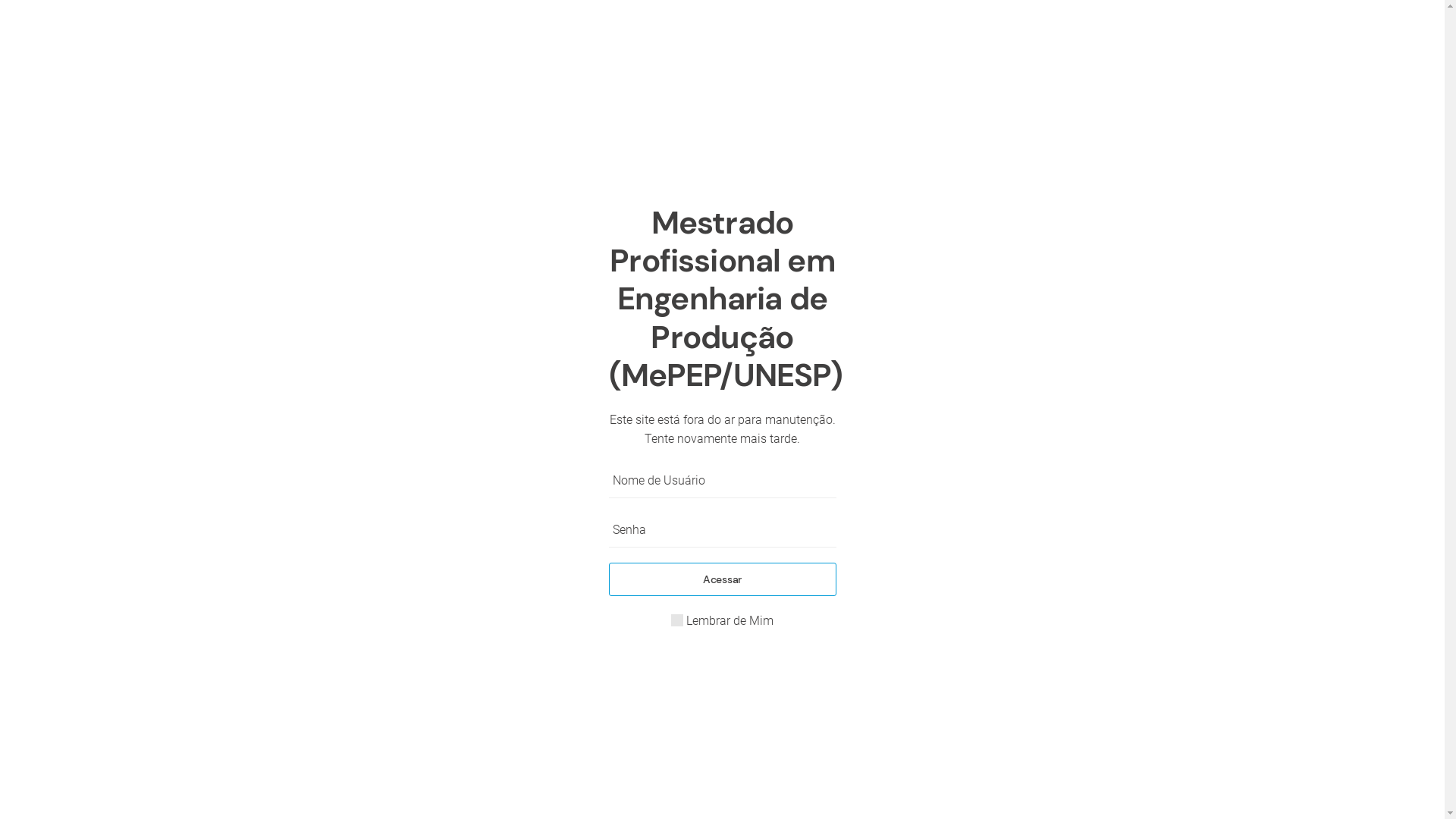 The height and width of the screenshot is (819, 1456). What do you see at coordinates (720, 579) in the screenshot?
I see `'Acessar'` at bounding box center [720, 579].